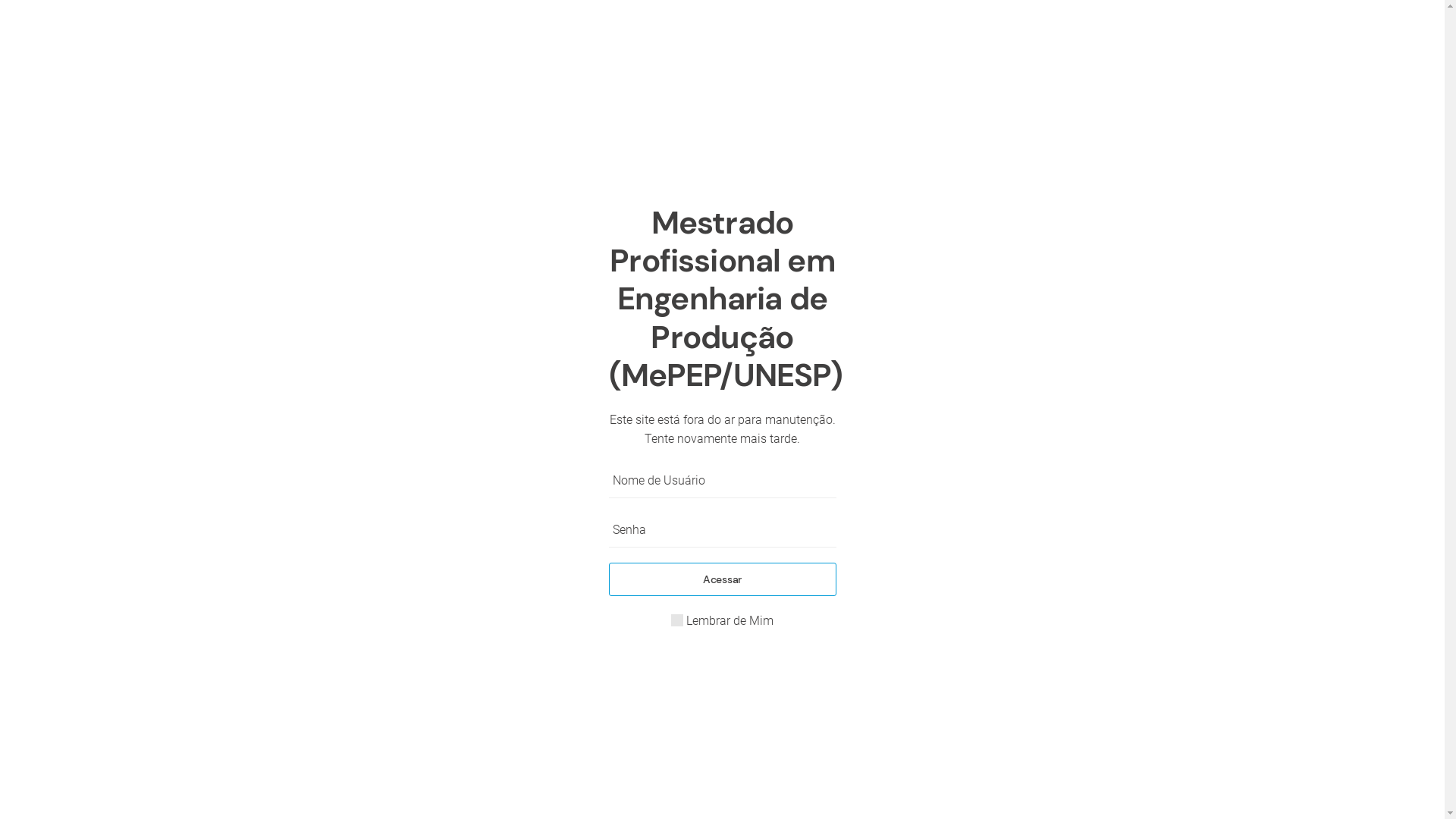 The height and width of the screenshot is (819, 1456). What do you see at coordinates (720, 579) in the screenshot?
I see `'Acessar'` at bounding box center [720, 579].